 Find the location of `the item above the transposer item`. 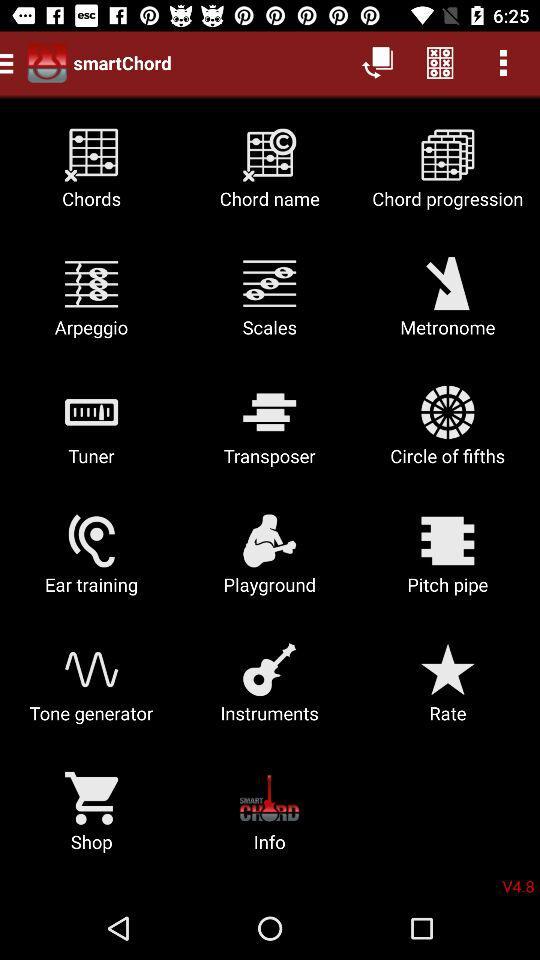

the item above the transposer item is located at coordinates (447, 304).